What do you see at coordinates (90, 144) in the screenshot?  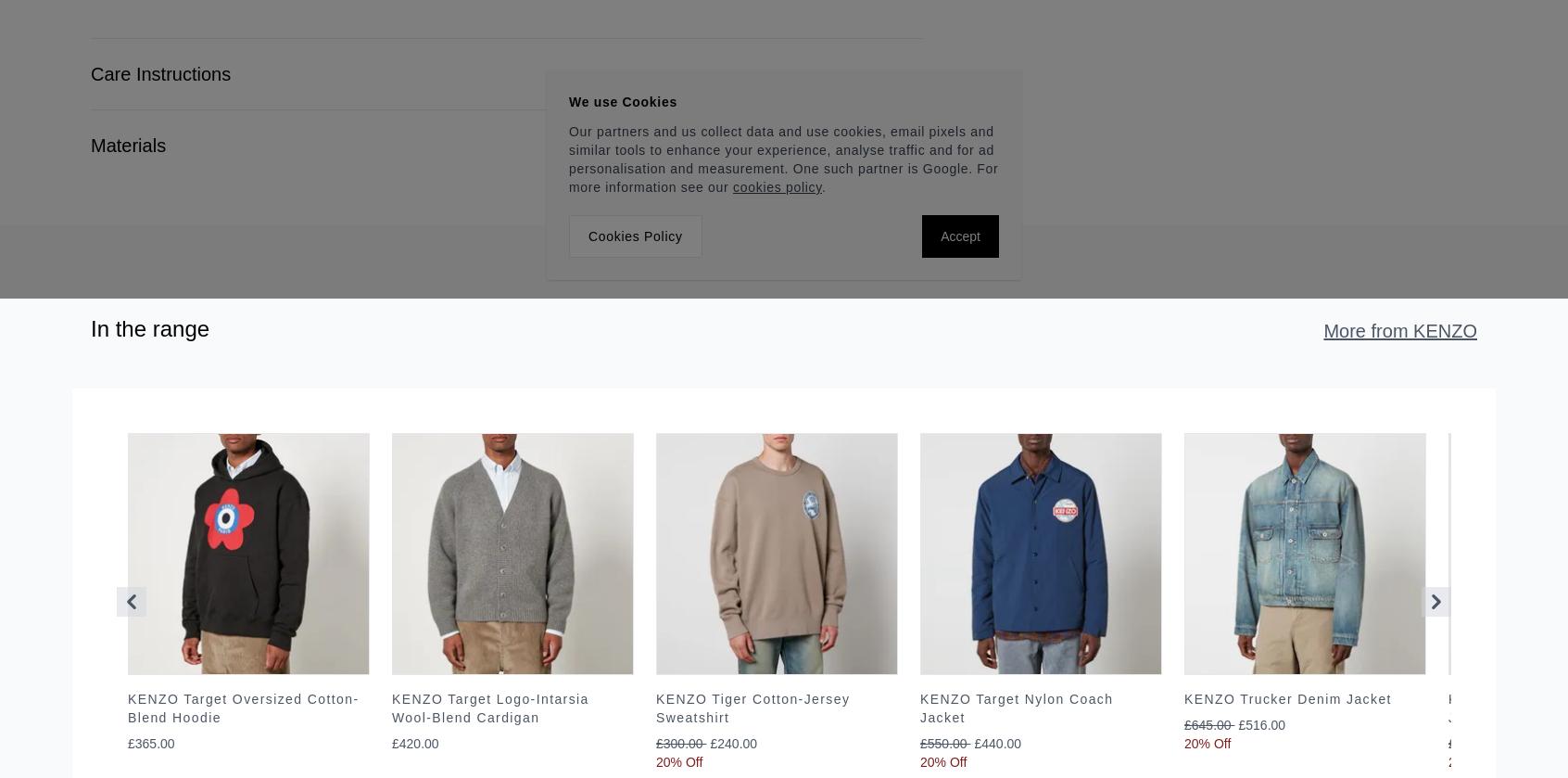 I see `'Materials'` at bounding box center [90, 144].